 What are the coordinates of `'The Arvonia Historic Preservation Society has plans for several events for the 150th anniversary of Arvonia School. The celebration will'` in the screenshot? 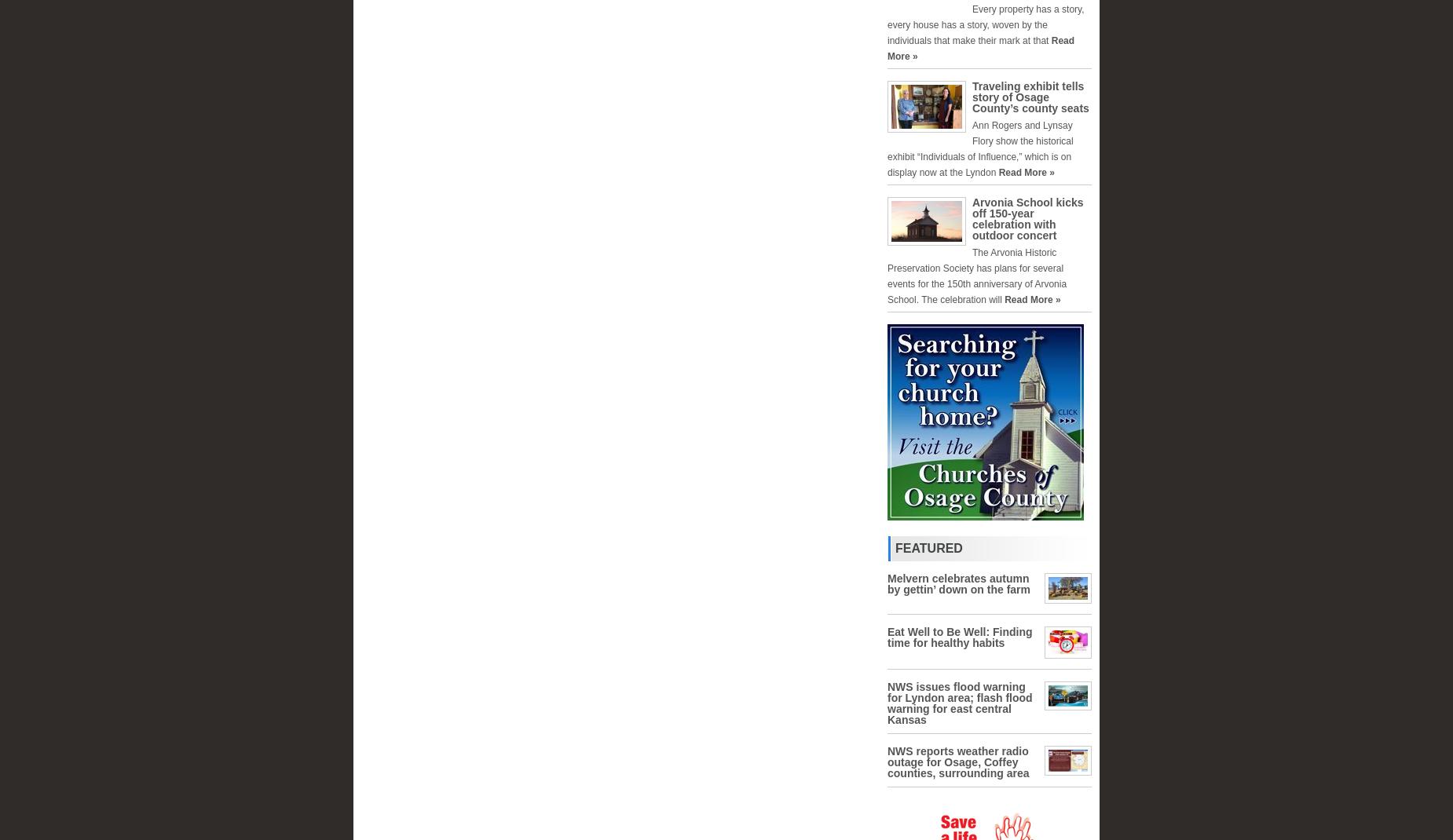 It's located at (975, 276).